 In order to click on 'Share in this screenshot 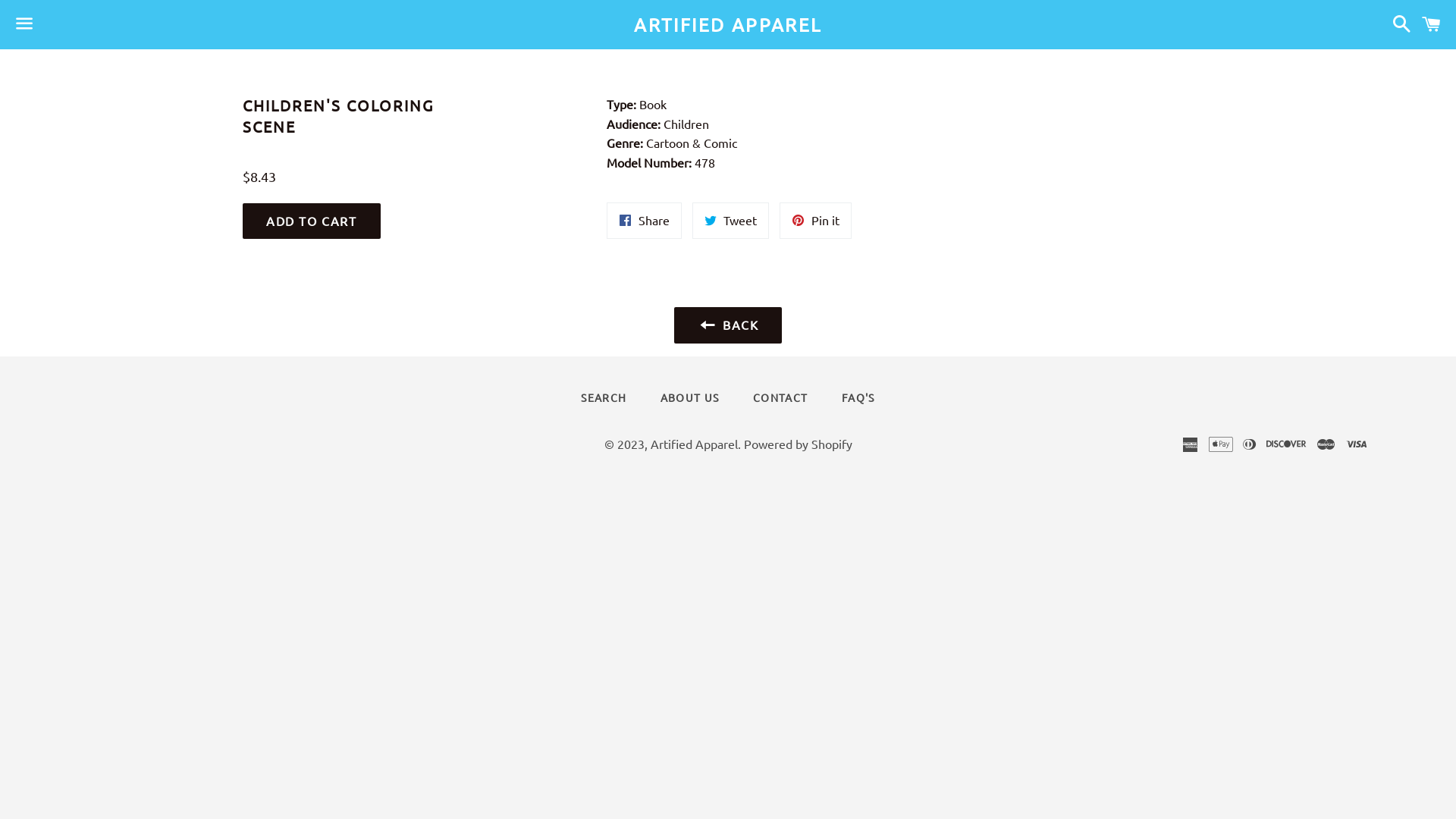, I will do `click(644, 220)`.